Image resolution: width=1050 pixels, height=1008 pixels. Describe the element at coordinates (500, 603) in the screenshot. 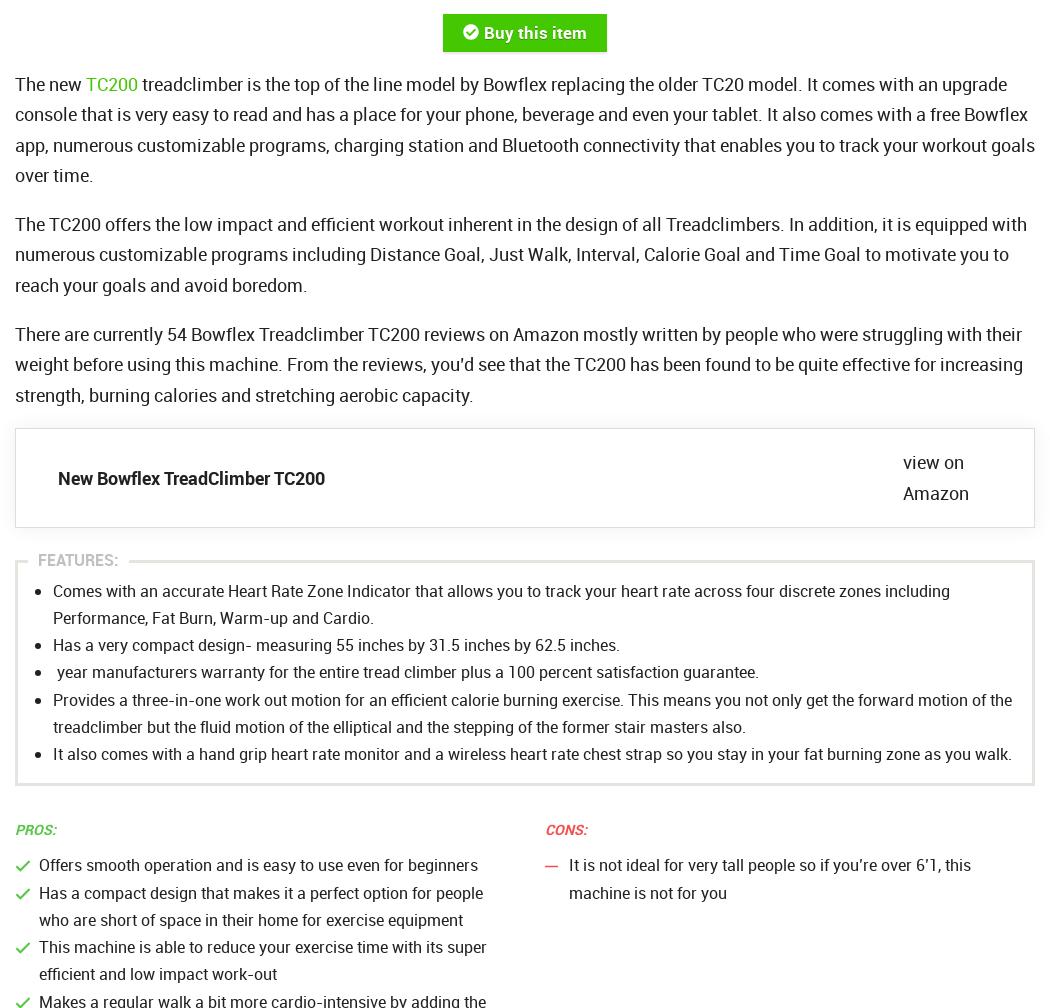

I see `'Comes with an accurate Heart Rate Zone Indicator that allows you to track your heart rate across four discrete zones including Performance, Fat Burn, Warm-up and Cardio.'` at that location.